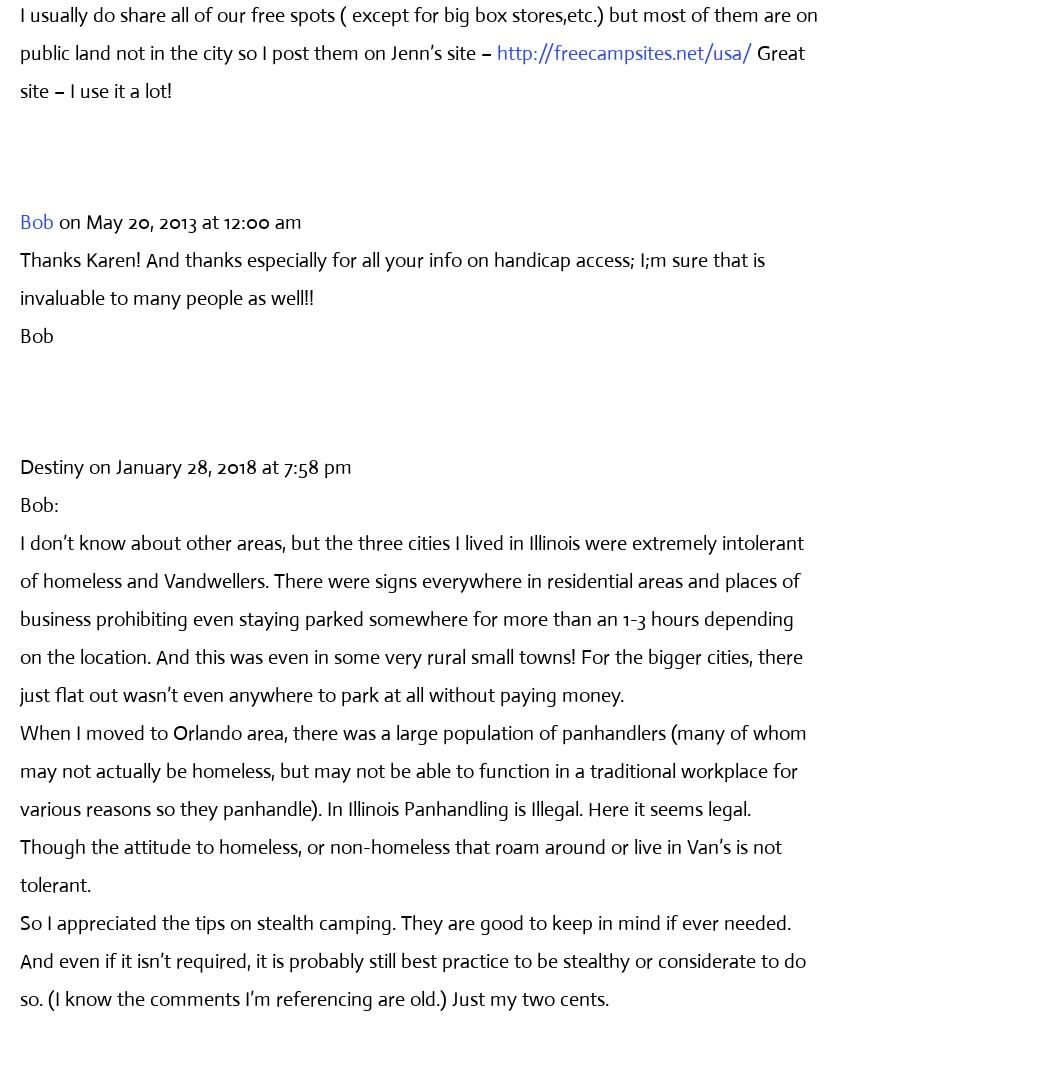 This screenshot has width=1050, height=1074. Describe the element at coordinates (624, 51) in the screenshot. I see `'http://freecampsites.net/usa/'` at that location.